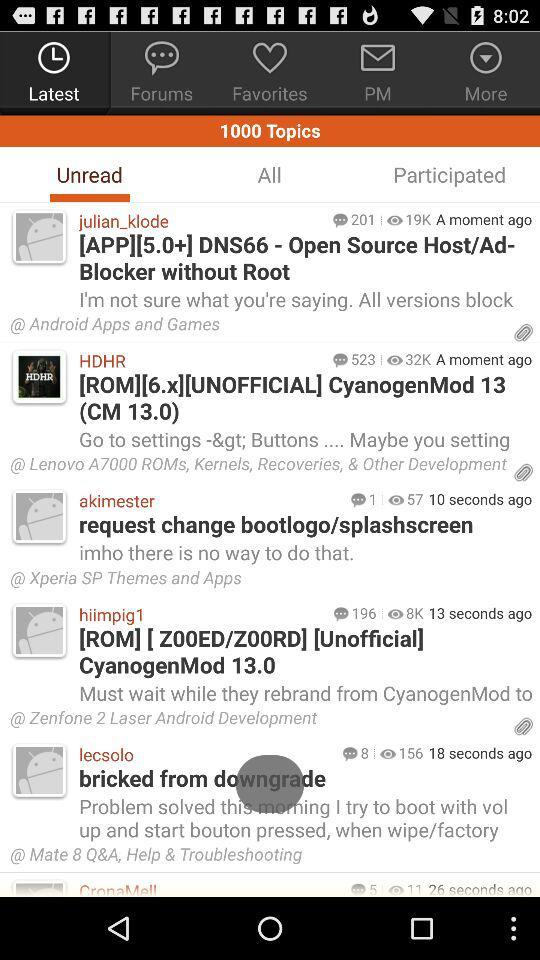 The height and width of the screenshot is (960, 540). I want to click on the icon next to a moment ago icon, so click(417, 359).